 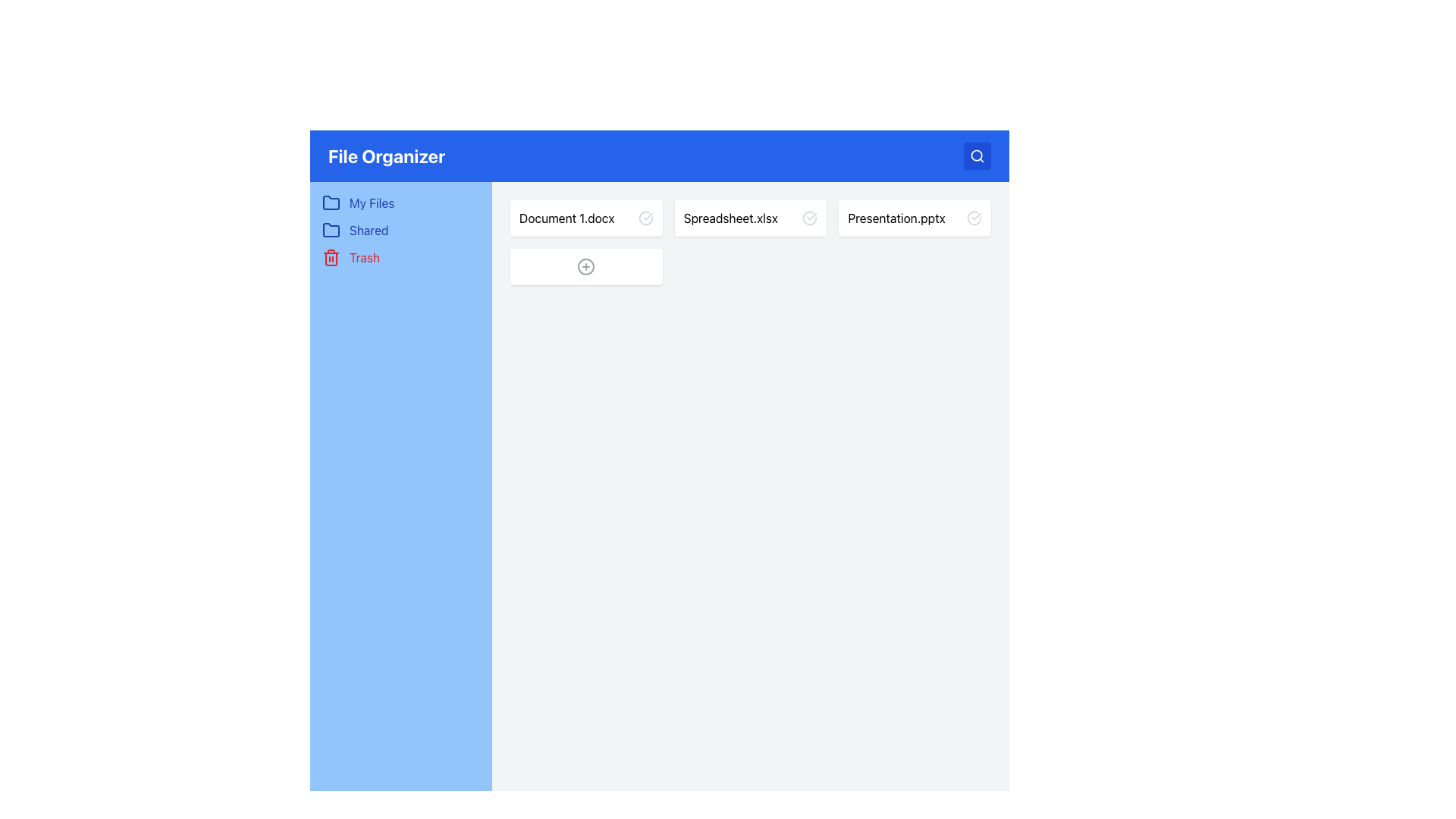 I want to click on the blue outlined folder icon located in the left sidebar, which precedes the 'My Files' label, so click(x=330, y=202).